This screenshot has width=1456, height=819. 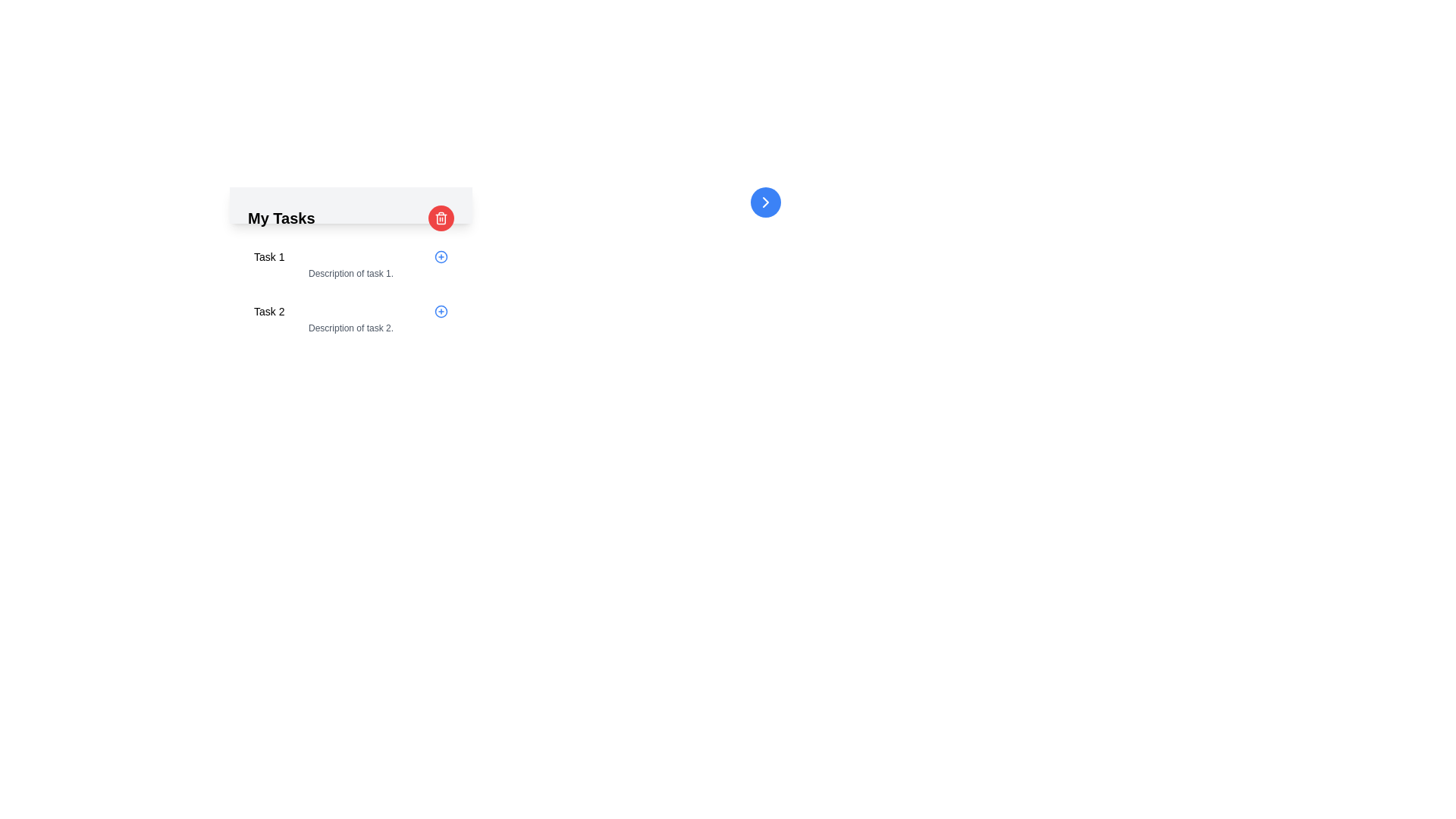 I want to click on the static text label that provides additional context for 'Task 2', located centrally below the title text of the task, so click(x=350, y=327).